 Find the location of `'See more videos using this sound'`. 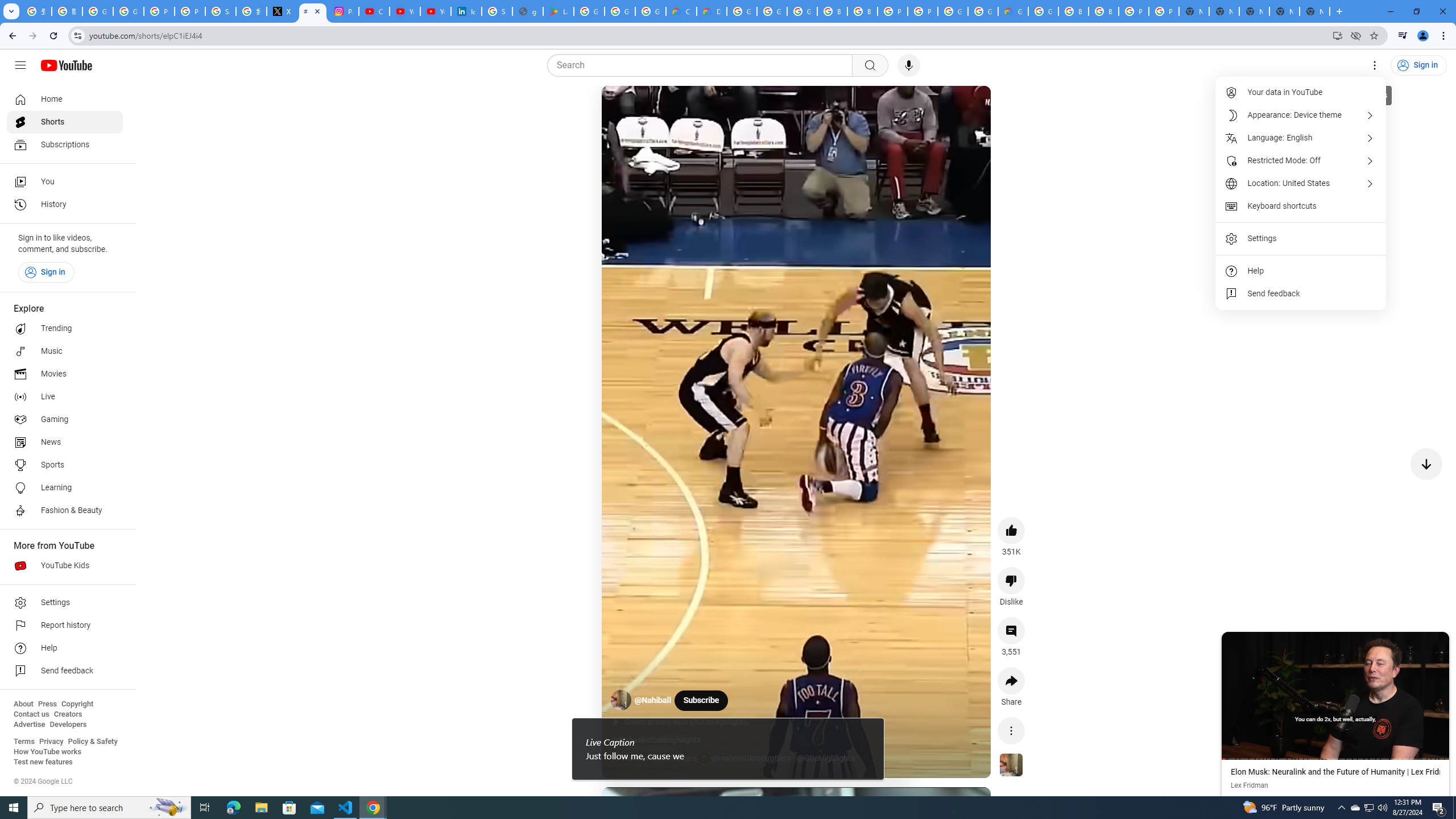

'See more videos using this sound' is located at coordinates (1011, 765).